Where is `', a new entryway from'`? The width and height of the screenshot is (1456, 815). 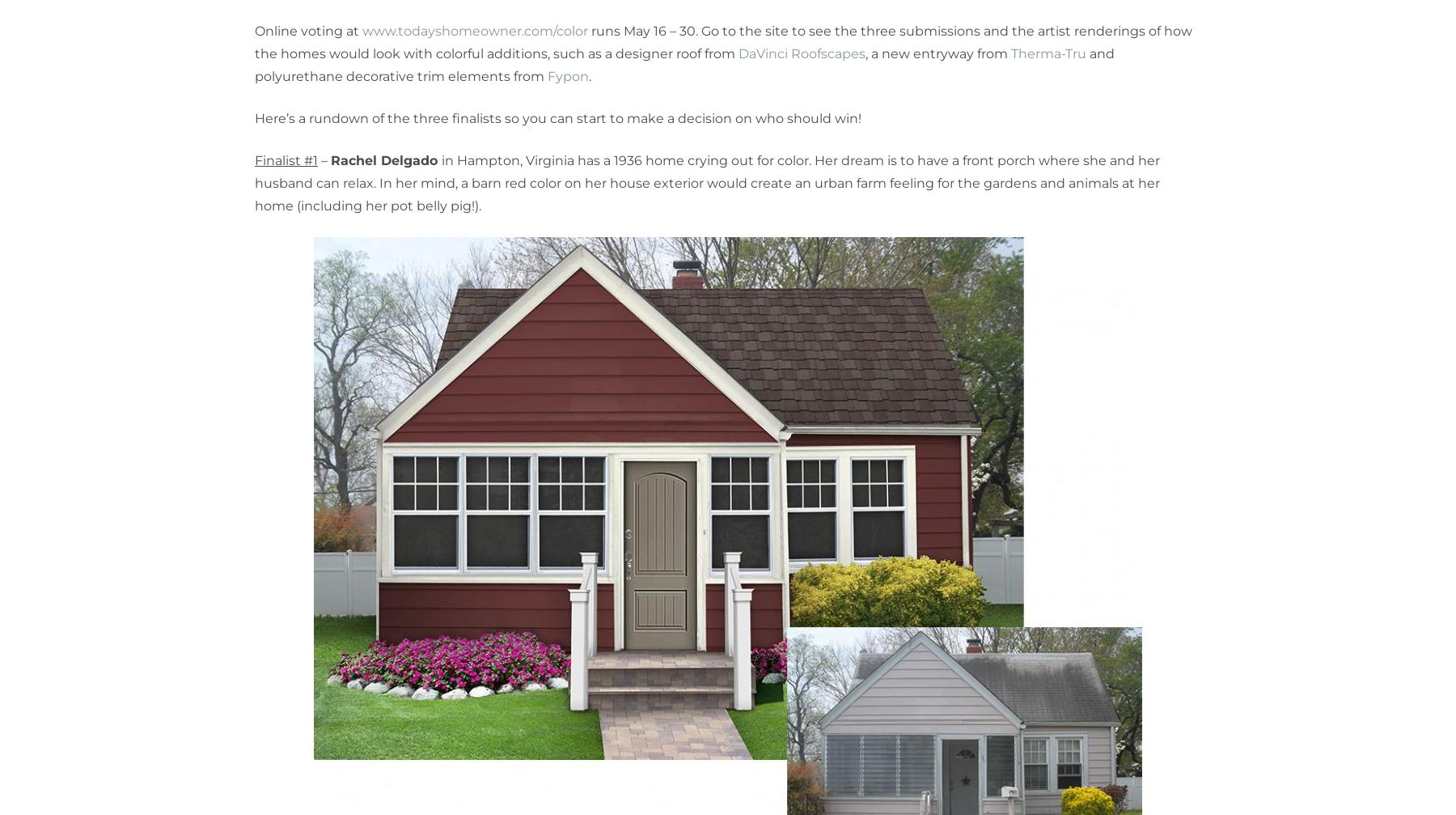
', a new entryway from' is located at coordinates (937, 53).